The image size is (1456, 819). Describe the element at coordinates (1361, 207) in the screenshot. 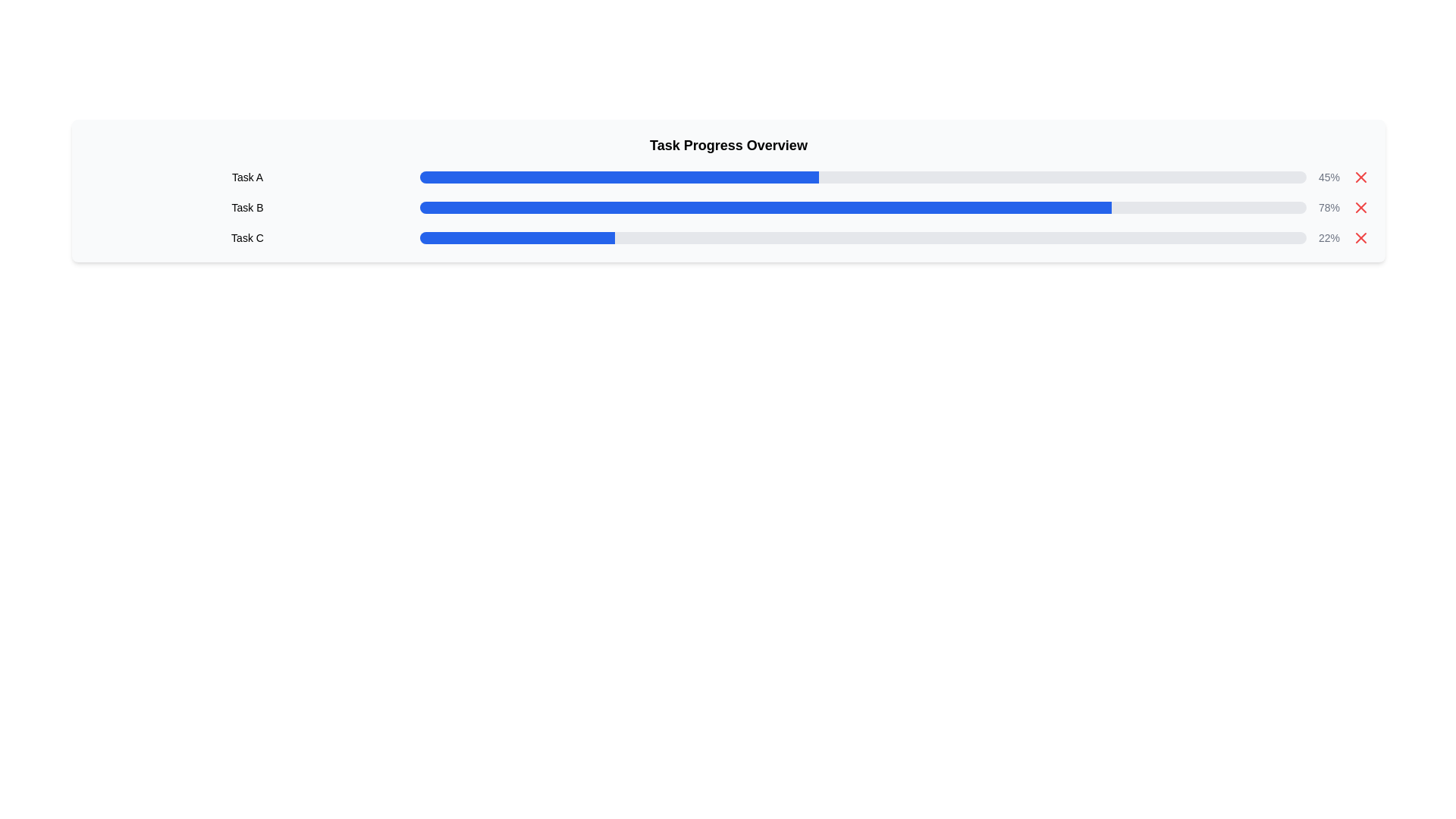

I see `the red 'X' icon (Delete/Cancel Button) located to the far right of the second progress bar, next to the percentage value '78%' and aligned with the task label 'Task B'` at that location.